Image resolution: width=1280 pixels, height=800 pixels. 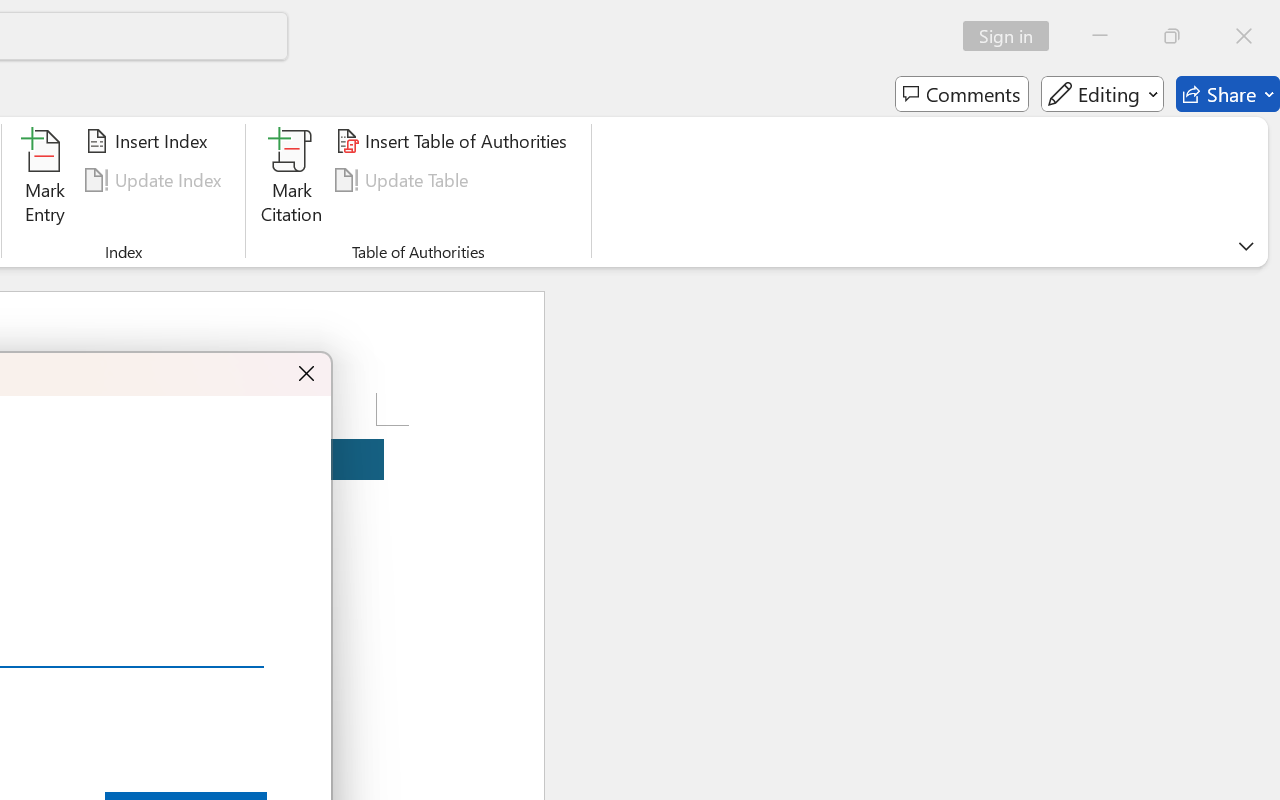 I want to click on 'Update Table', so click(x=404, y=179).